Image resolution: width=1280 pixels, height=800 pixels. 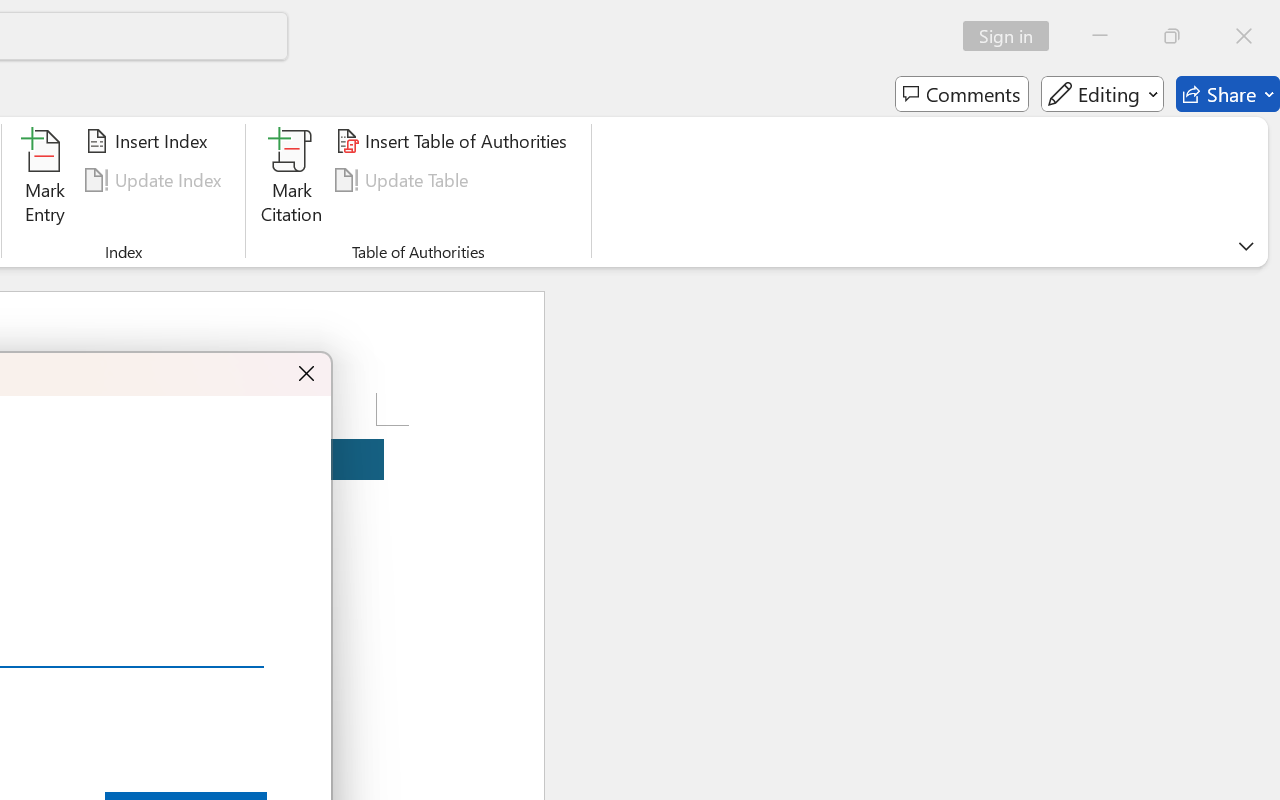 I want to click on 'Update Table', so click(x=404, y=179).